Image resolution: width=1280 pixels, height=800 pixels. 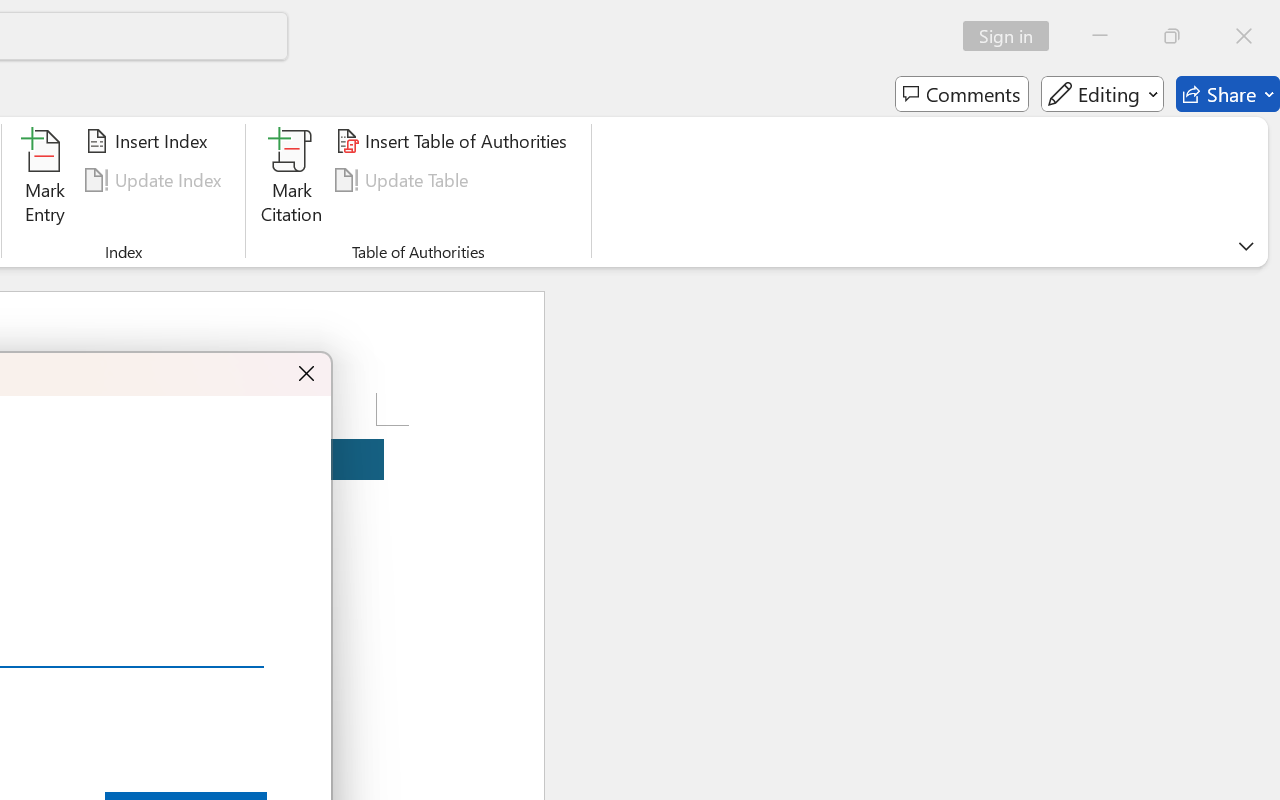 I want to click on 'Update Table', so click(x=404, y=179).